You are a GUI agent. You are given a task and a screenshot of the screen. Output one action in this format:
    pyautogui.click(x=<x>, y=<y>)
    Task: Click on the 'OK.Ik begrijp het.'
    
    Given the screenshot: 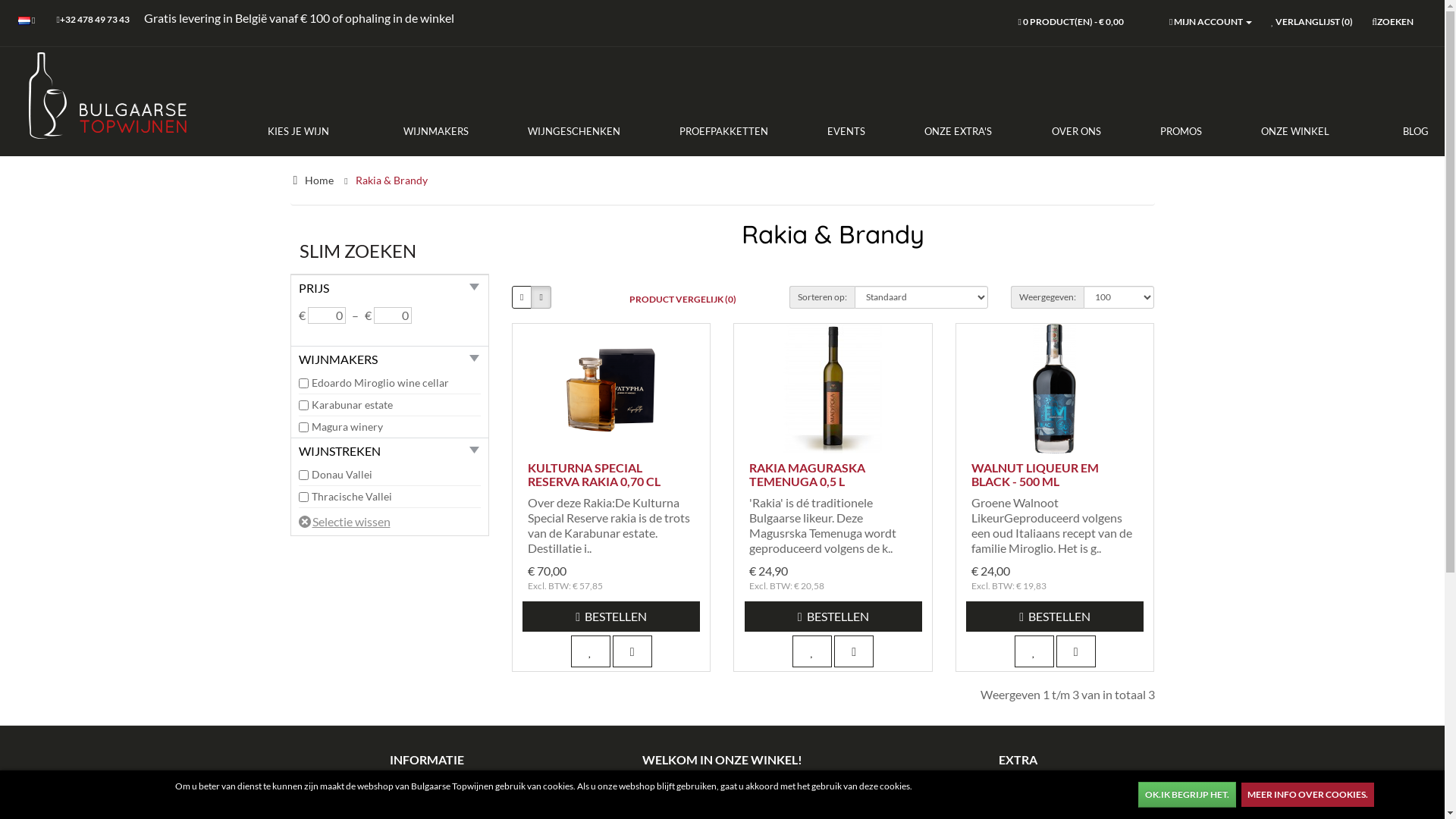 What is the action you would take?
    pyautogui.click(x=1186, y=794)
    